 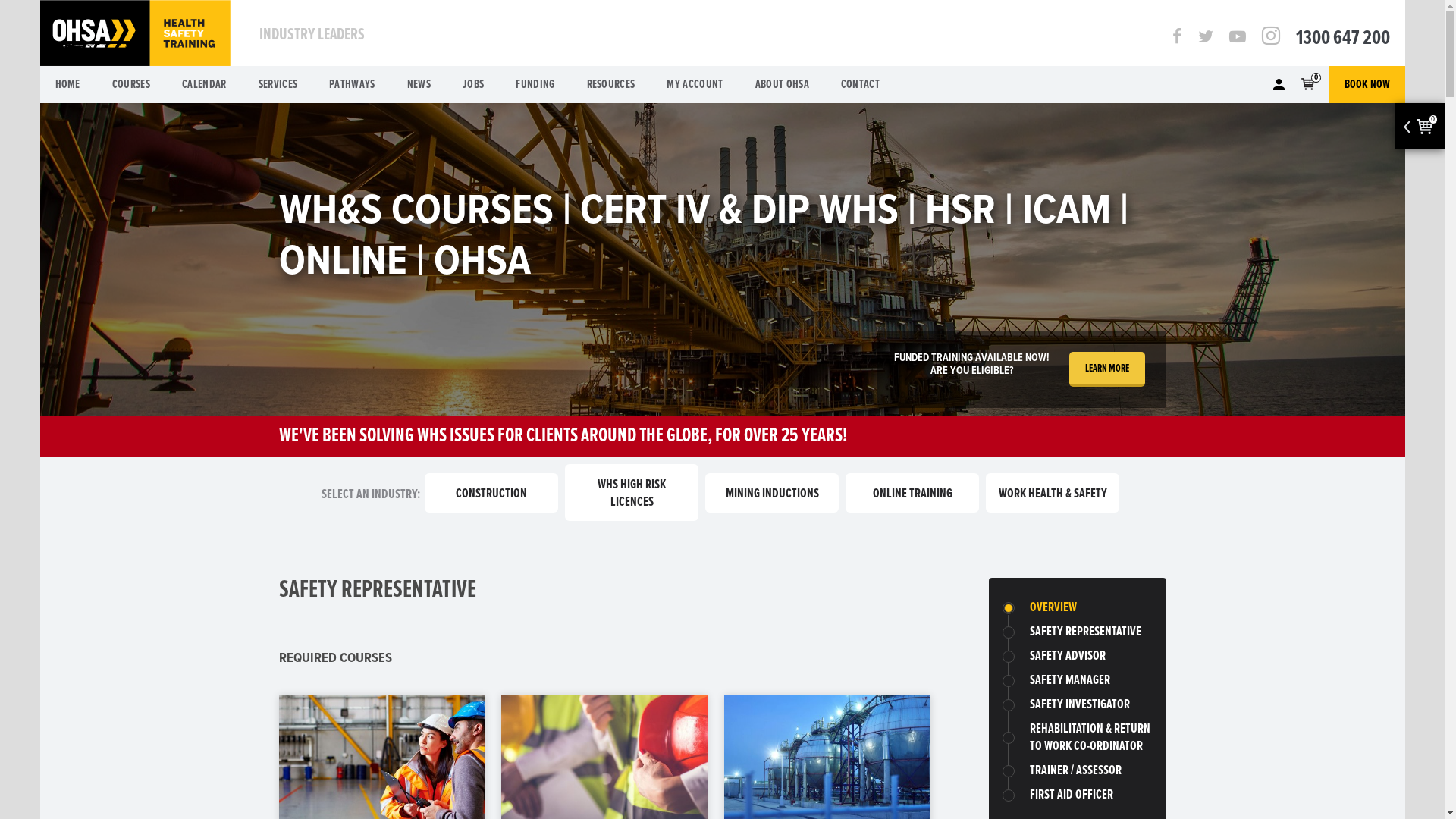 What do you see at coordinates (472, 84) in the screenshot?
I see `'JOBS'` at bounding box center [472, 84].